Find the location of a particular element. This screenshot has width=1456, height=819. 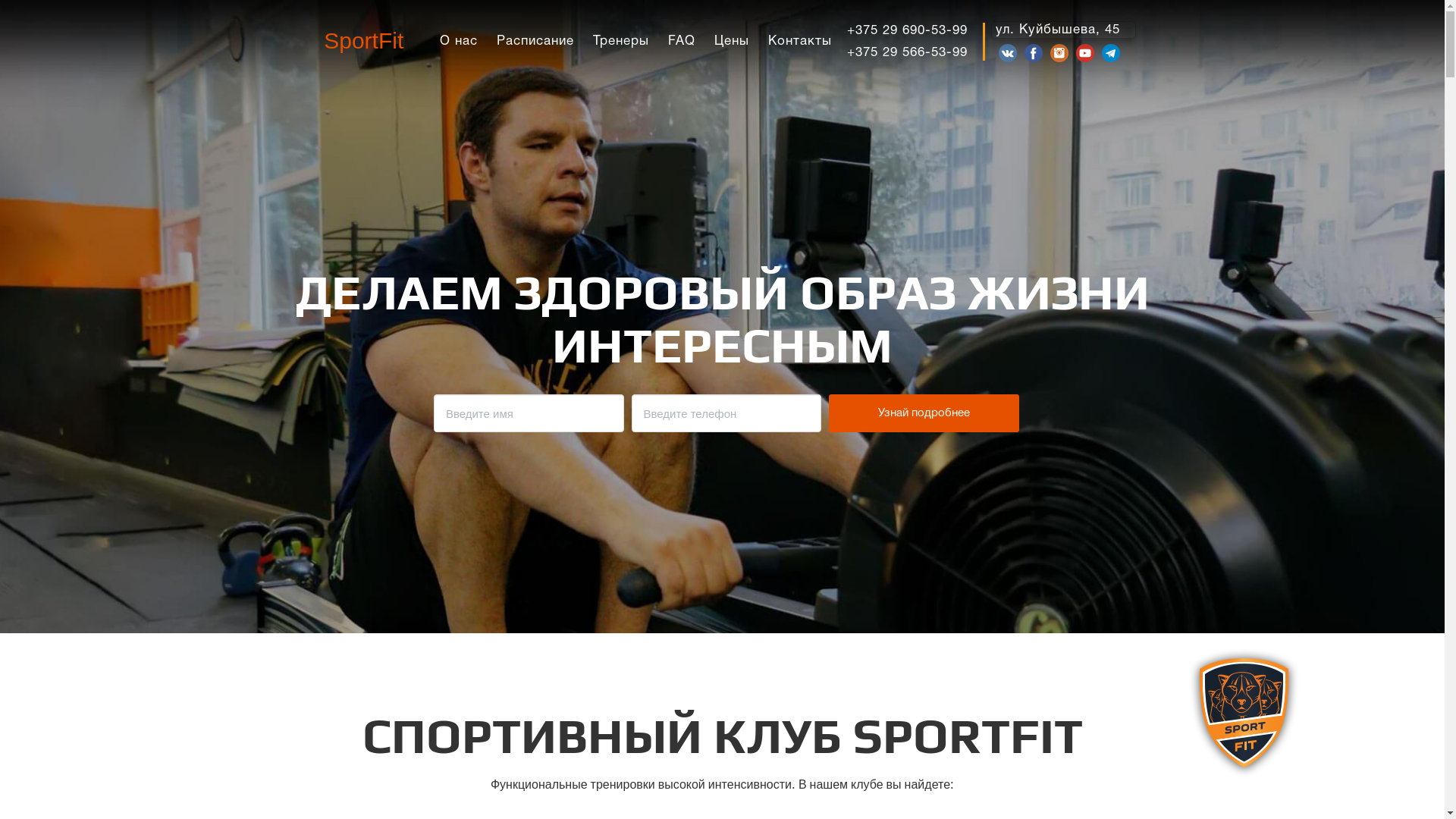

'SportFit' is located at coordinates (362, 40).